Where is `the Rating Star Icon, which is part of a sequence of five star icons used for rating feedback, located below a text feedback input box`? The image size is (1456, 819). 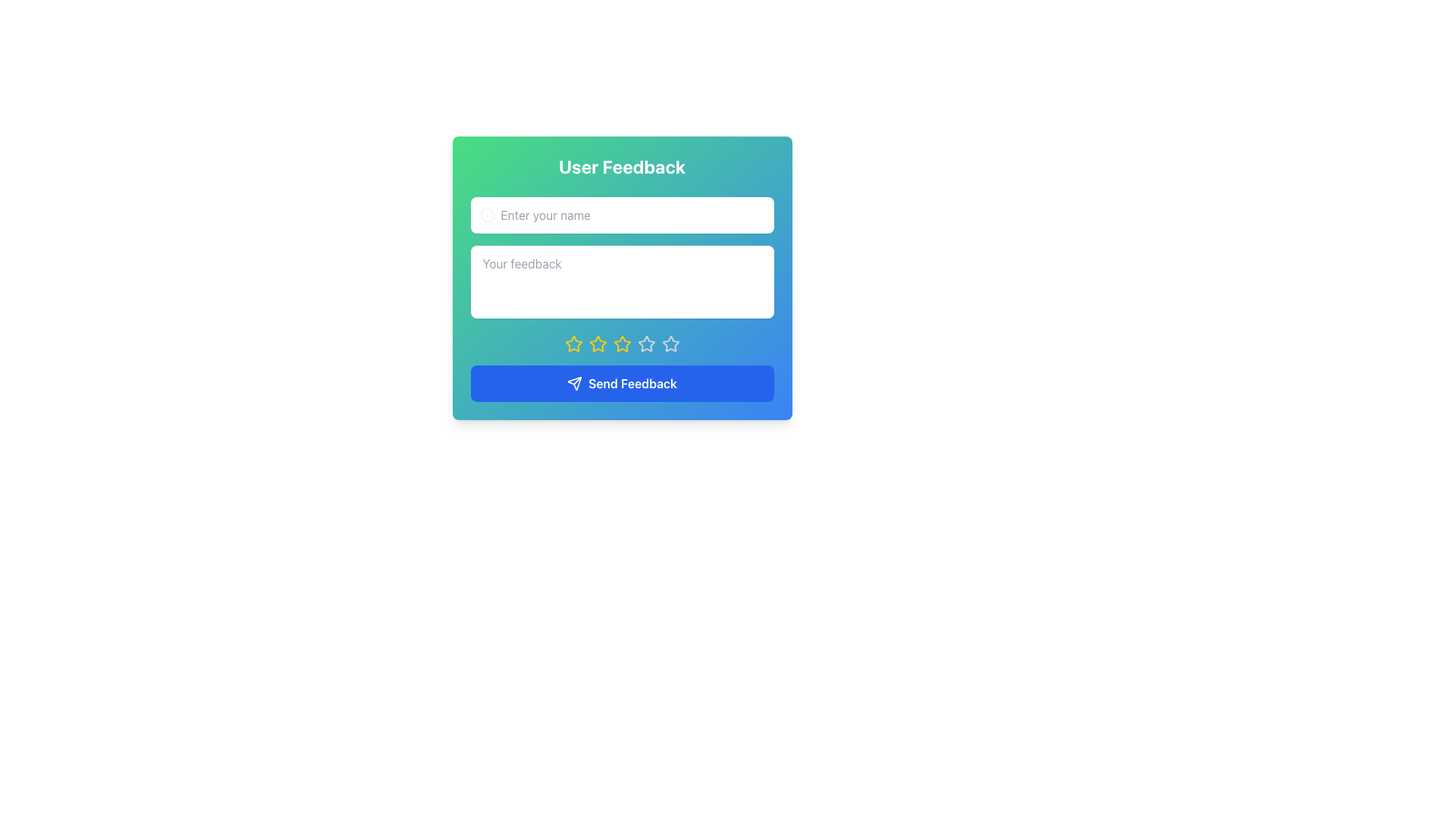 the Rating Star Icon, which is part of a sequence of five star icons used for rating feedback, located below a text feedback input box is located at coordinates (597, 344).